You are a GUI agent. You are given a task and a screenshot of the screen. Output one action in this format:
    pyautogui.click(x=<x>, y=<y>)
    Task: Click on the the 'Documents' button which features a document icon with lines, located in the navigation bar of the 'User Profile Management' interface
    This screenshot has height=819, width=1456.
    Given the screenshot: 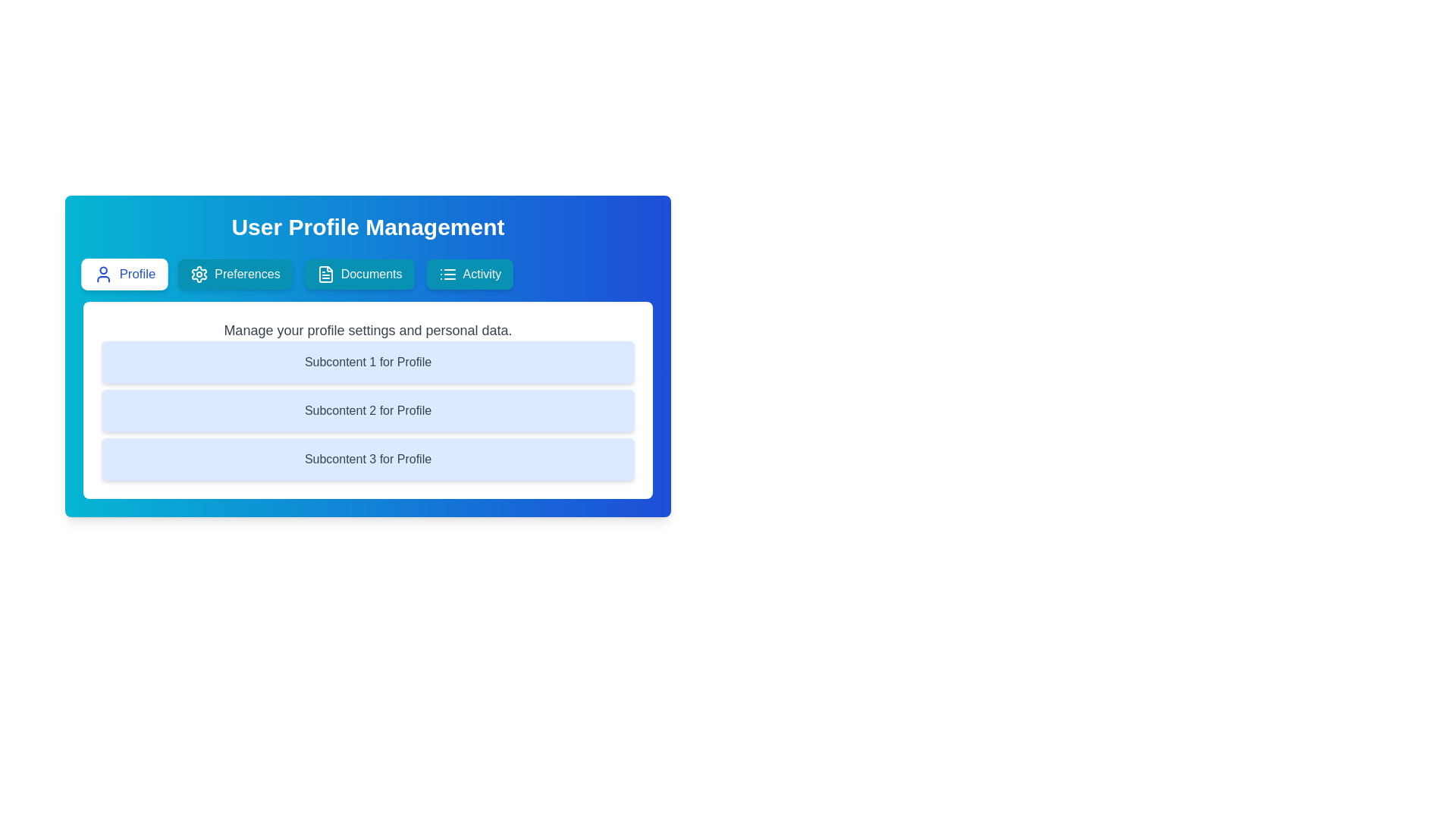 What is the action you would take?
    pyautogui.click(x=325, y=275)
    